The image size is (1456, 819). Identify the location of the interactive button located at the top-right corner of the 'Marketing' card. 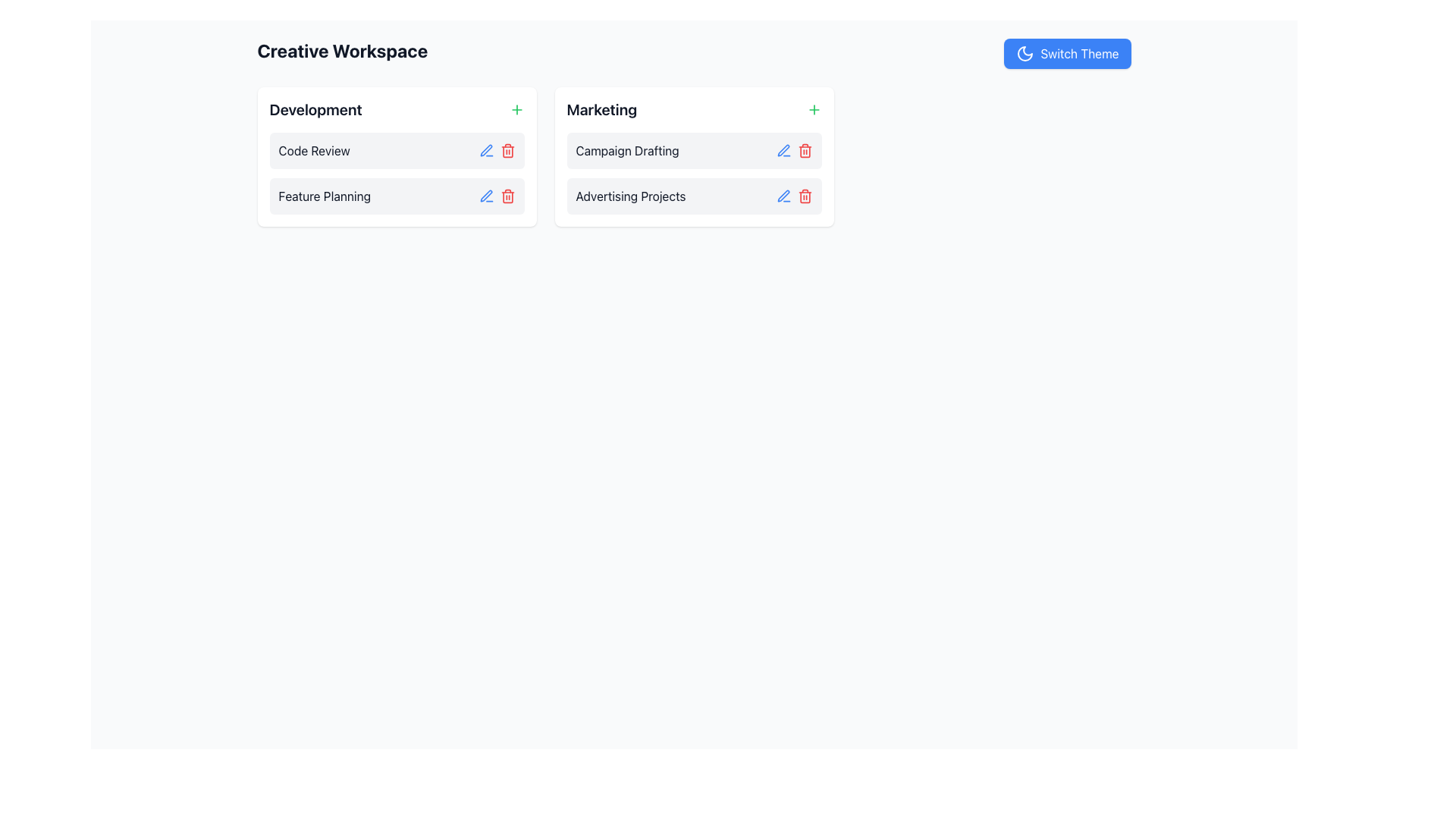
(813, 109).